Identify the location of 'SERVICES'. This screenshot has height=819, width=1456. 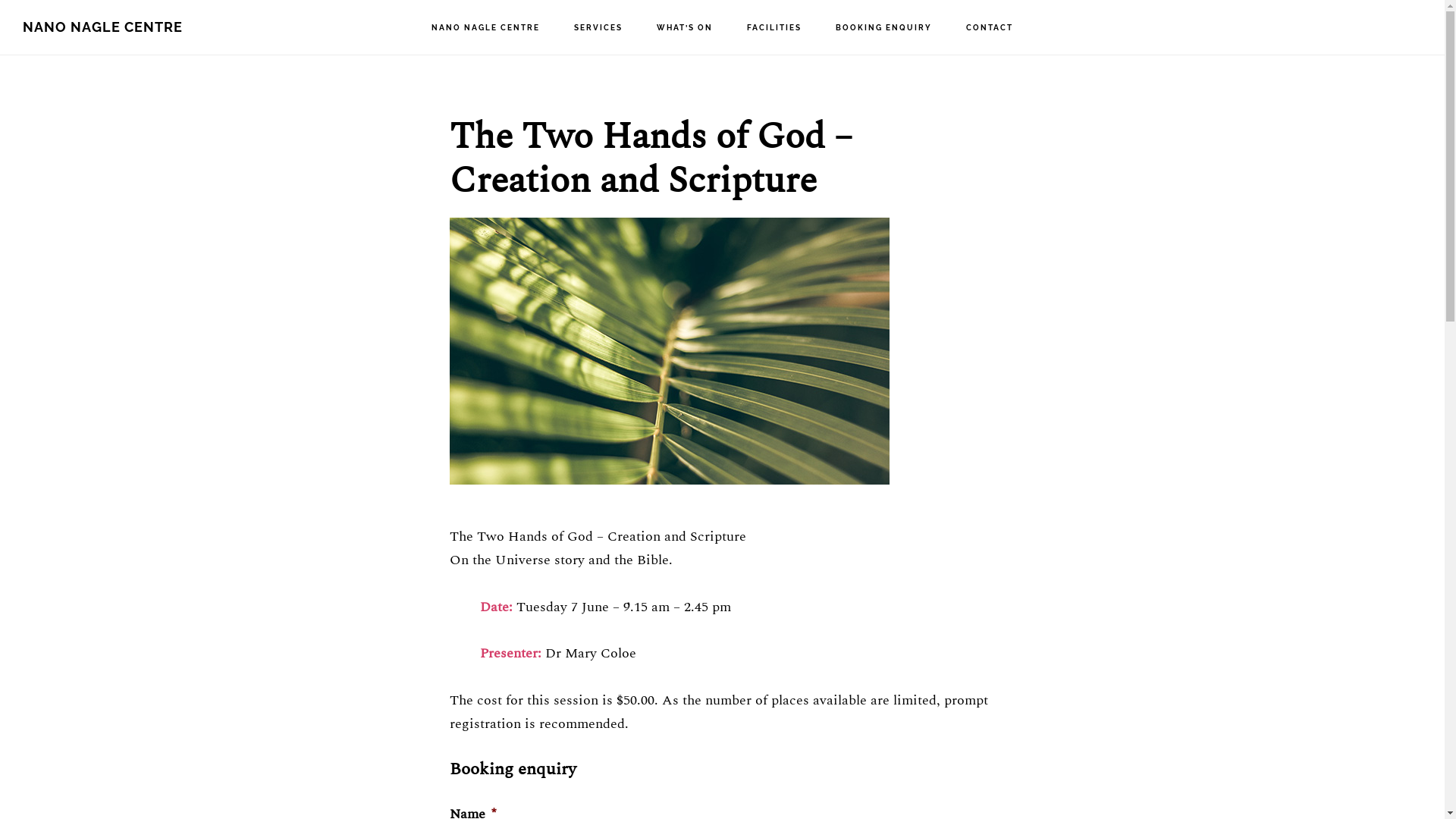
(597, 28).